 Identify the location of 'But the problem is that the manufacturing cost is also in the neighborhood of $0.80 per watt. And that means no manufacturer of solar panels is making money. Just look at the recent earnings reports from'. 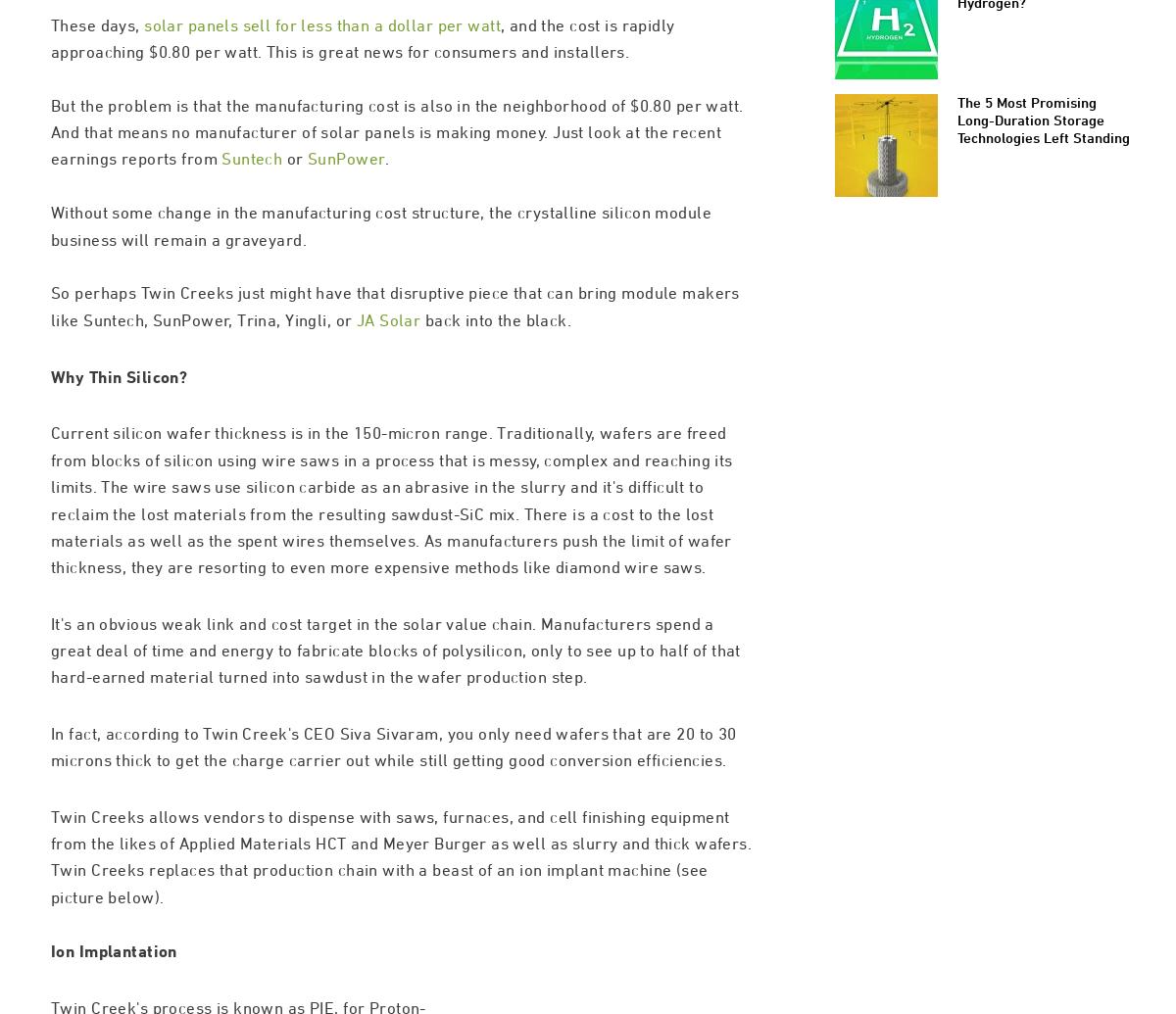
(50, 215).